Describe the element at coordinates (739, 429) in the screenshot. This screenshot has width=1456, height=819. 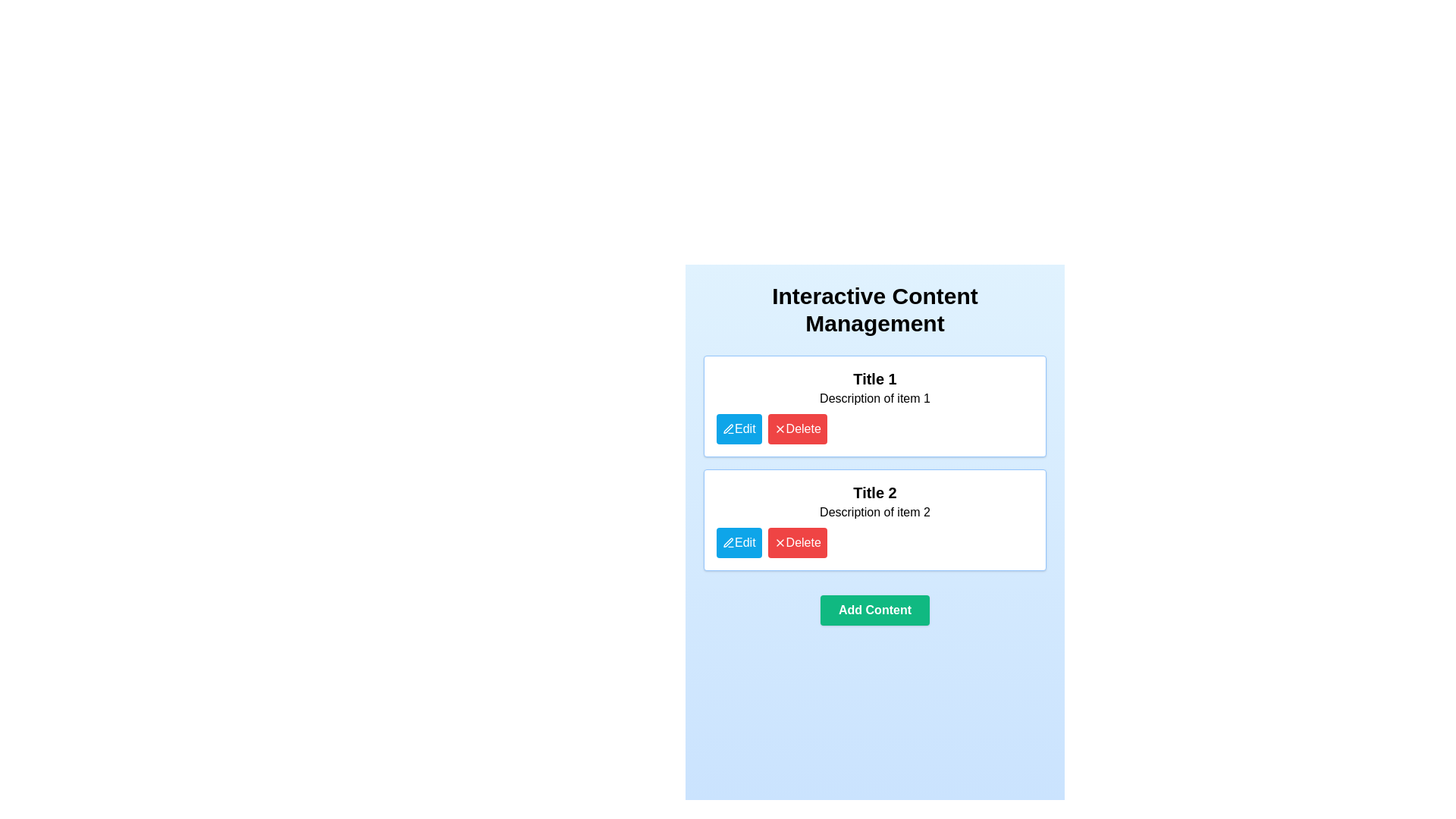
I see `the button that allows editing the content under 'Title 1', positioned to the left of the 'Delete' button in the section labeled 'Title 1 - Description of item 1'` at that location.